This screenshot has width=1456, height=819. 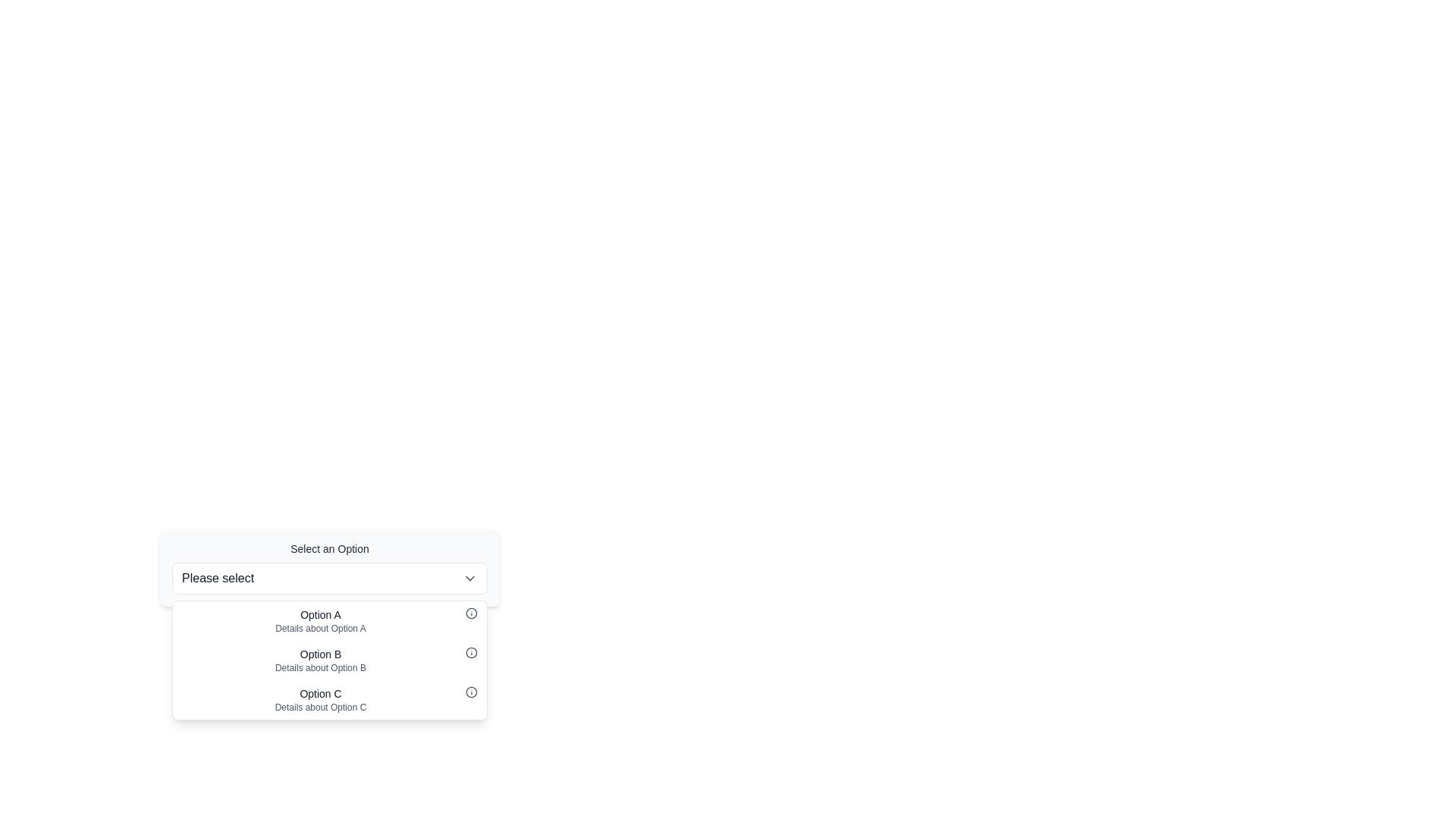 What do you see at coordinates (319, 693) in the screenshot?
I see `the textual label that reads 'Option C', which is a bold, medium-sized, dark gray text located in the third item of a dropdown menu` at bounding box center [319, 693].